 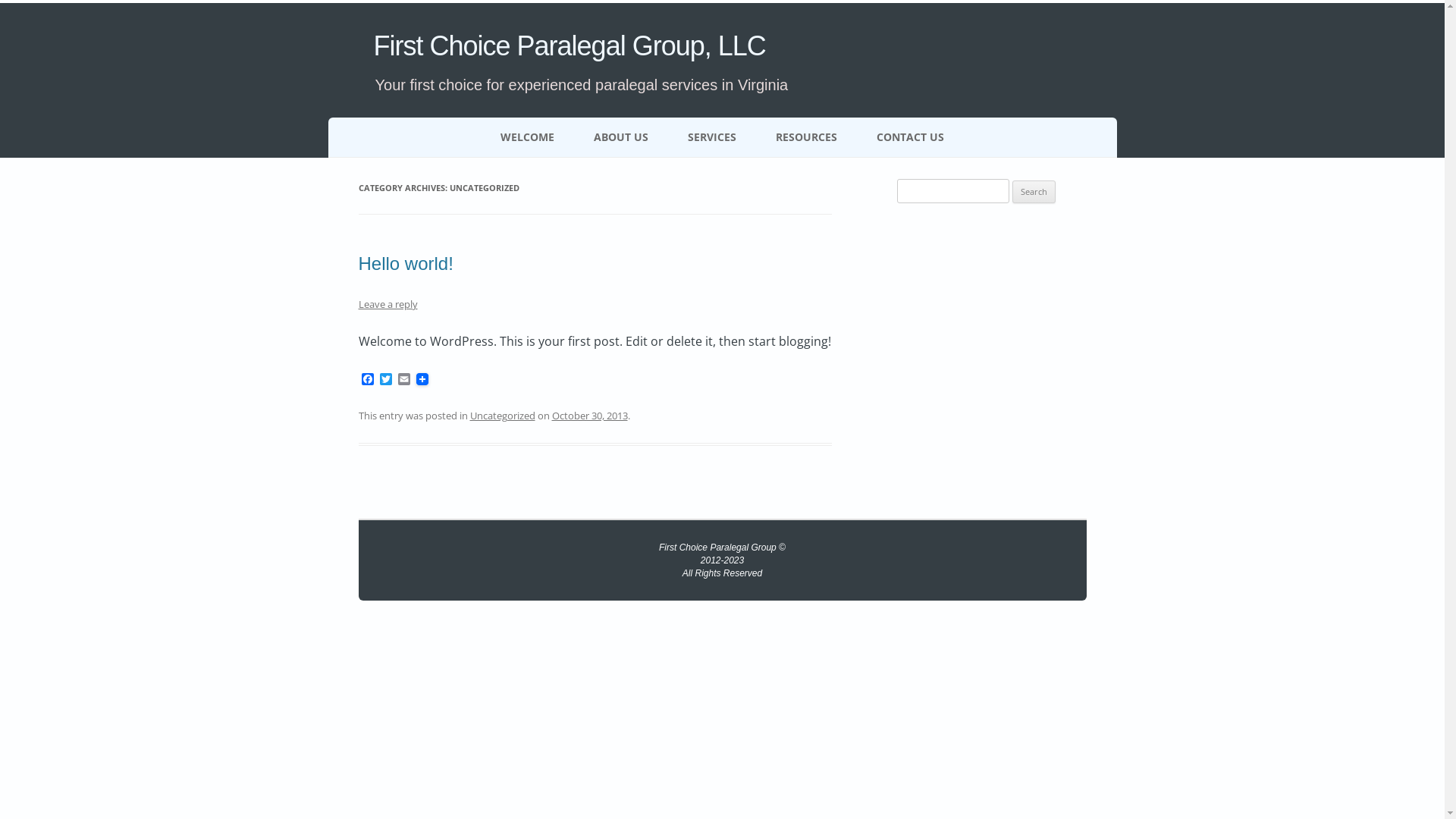 What do you see at coordinates (721, 117) in the screenshot?
I see `'Skip to content'` at bounding box center [721, 117].